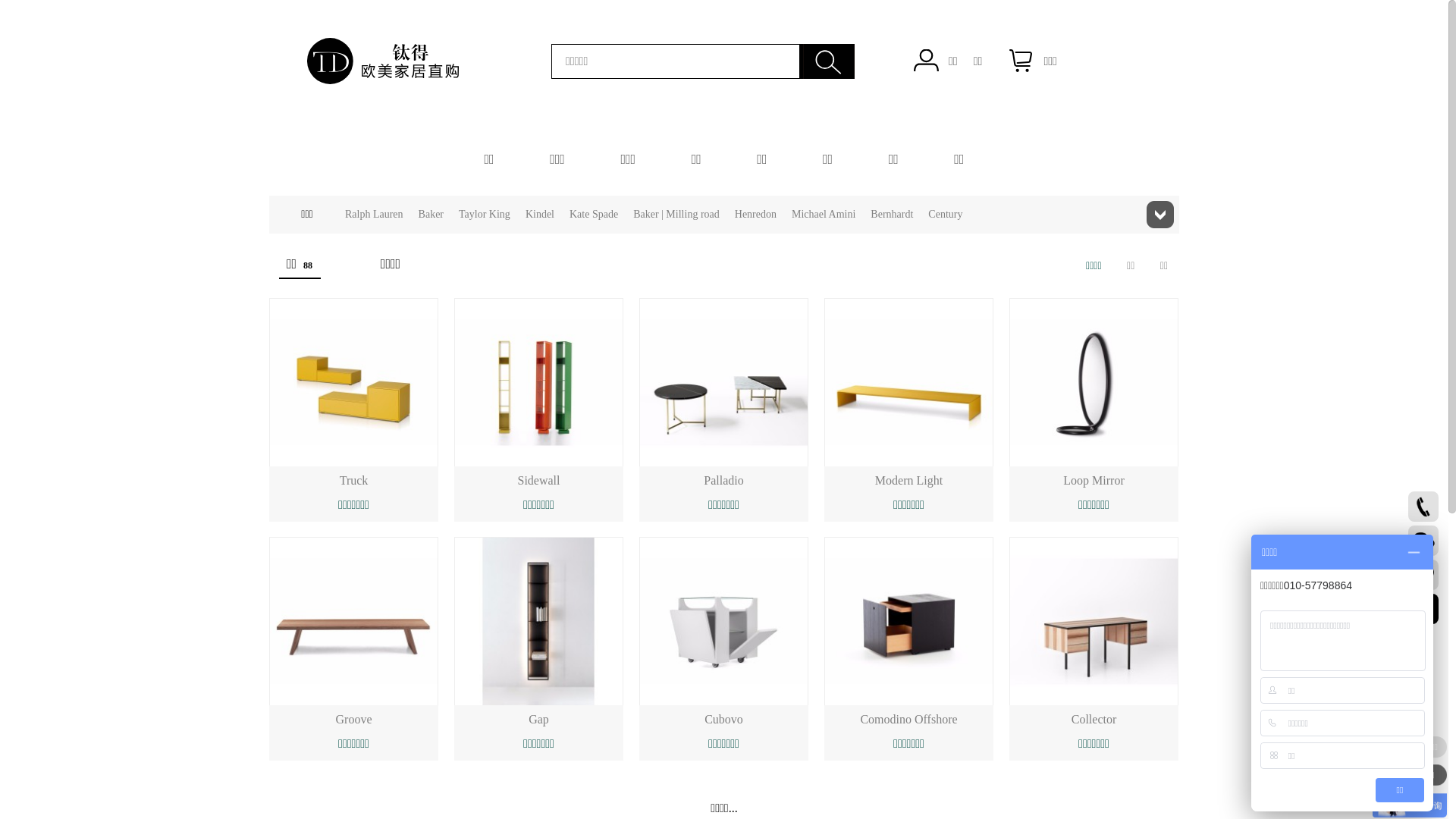  What do you see at coordinates (1094, 718) in the screenshot?
I see `'Collector'` at bounding box center [1094, 718].